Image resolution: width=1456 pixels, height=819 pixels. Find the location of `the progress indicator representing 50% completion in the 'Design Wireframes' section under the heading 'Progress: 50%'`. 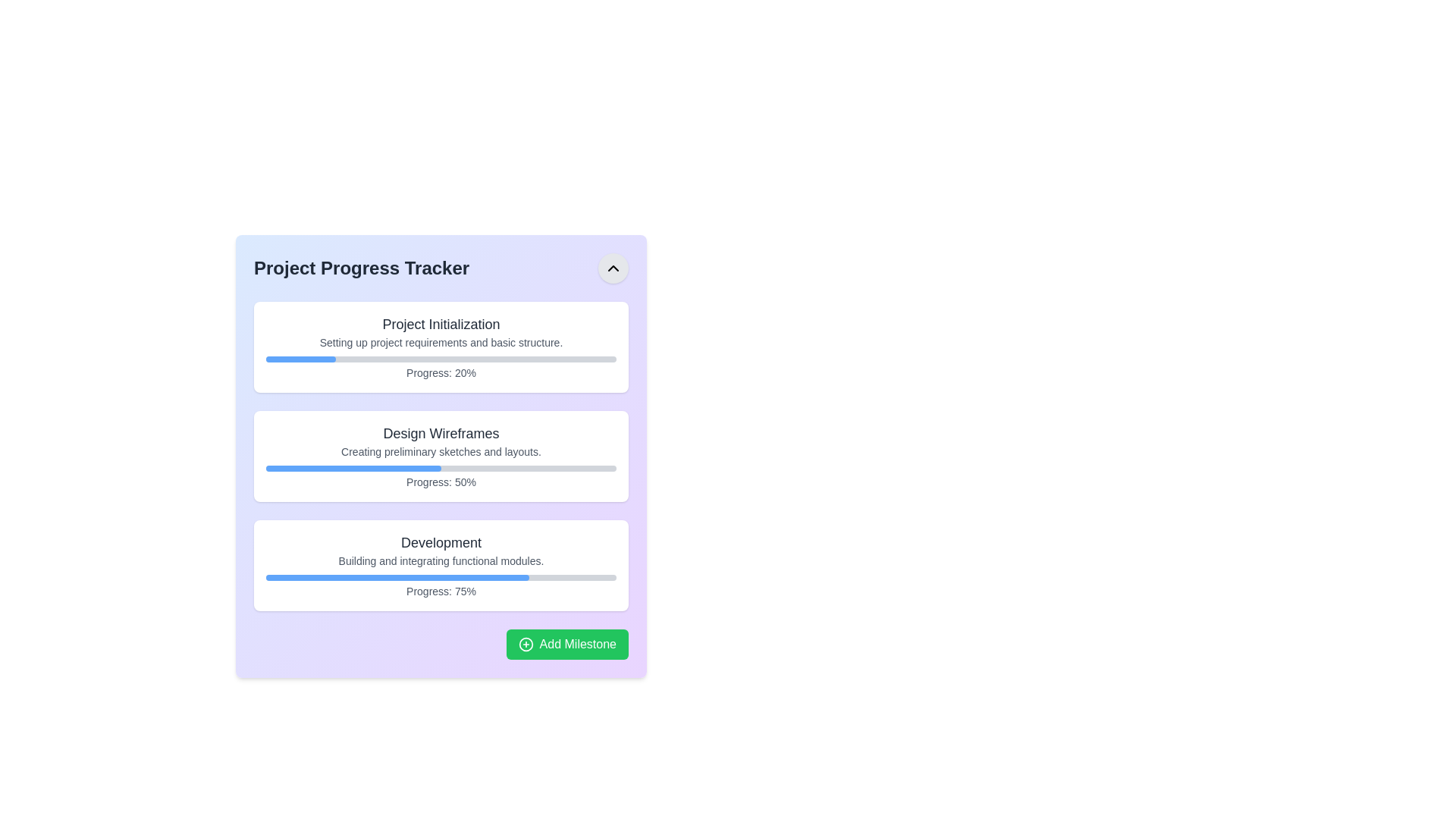

the progress indicator representing 50% completion in the 'Design Wireframes' section under the heading 'Progress: 50%' is located at coordinates (353, 467).